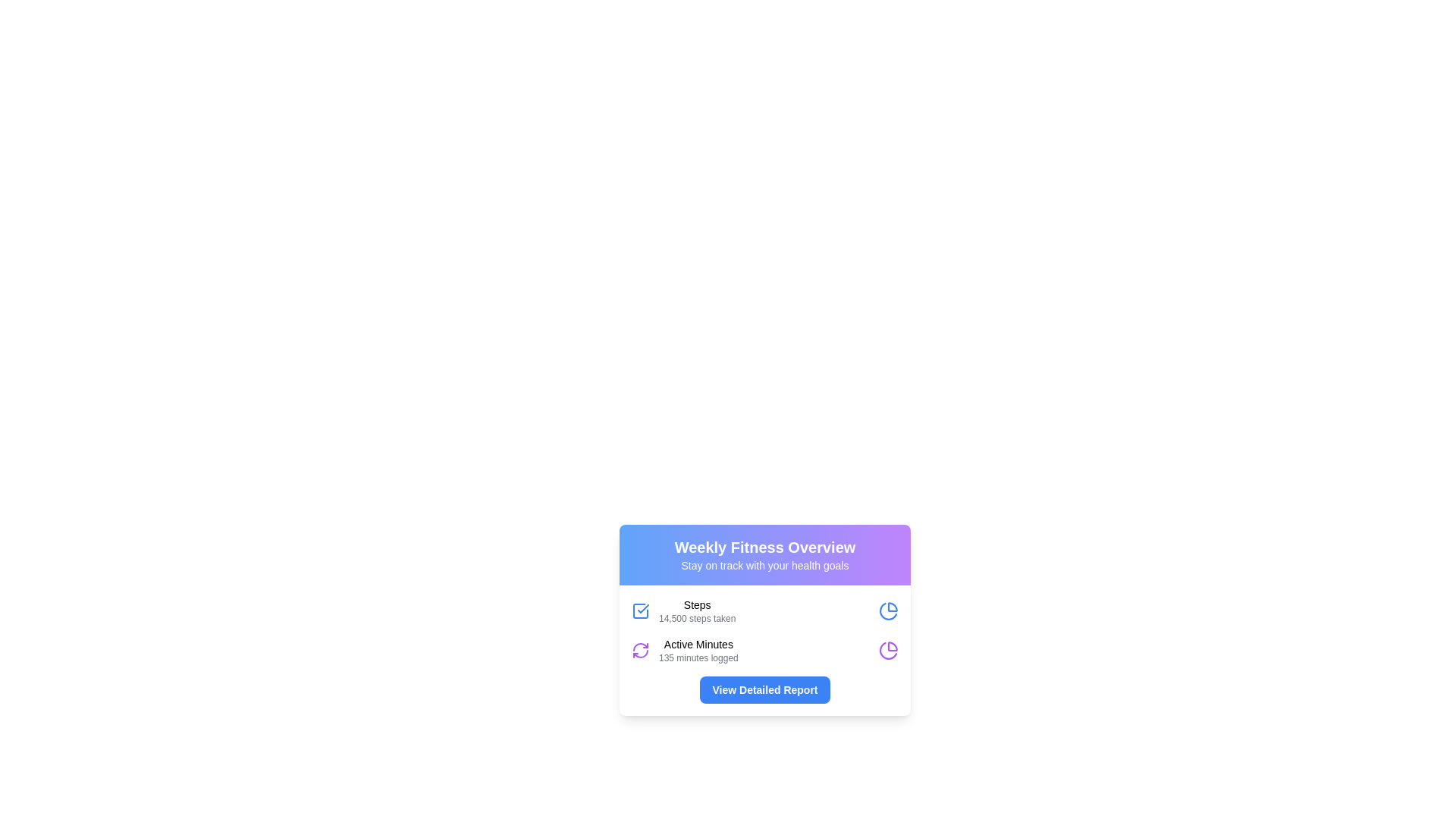  Describe the element at coordinates (682, 610) in the screenshot. I see `the Information Display element which contains a blue checkmark icon and displays 'Steps' and '14,500 steps taken' text, located in the 'Weekly Fitness Overview' card` at that location.